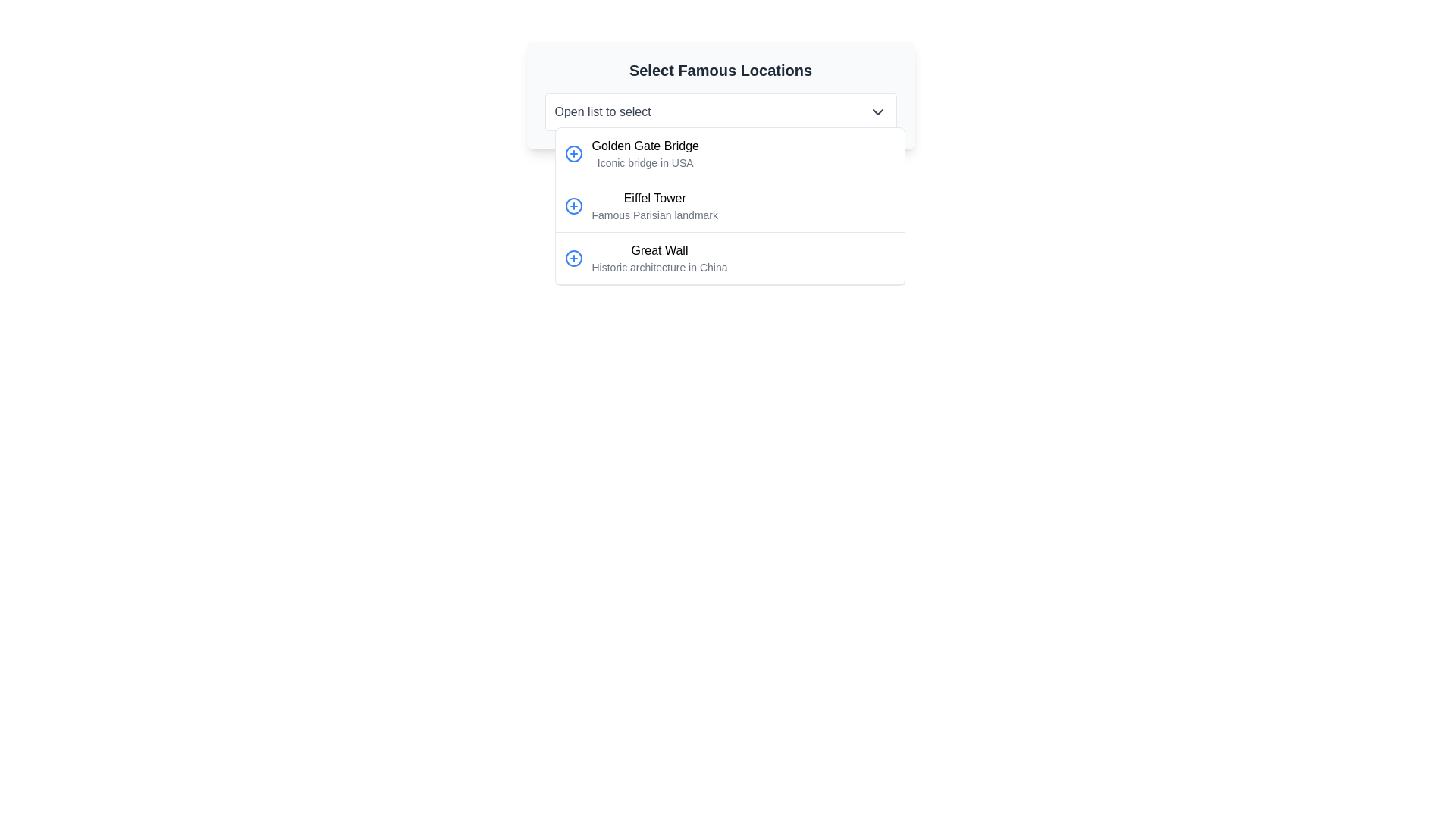  I want to click on the circular icon button with a blue outline and a plus sign that is located to the left of the text 'Eiffel Tower' in the list, so click(573, 206).